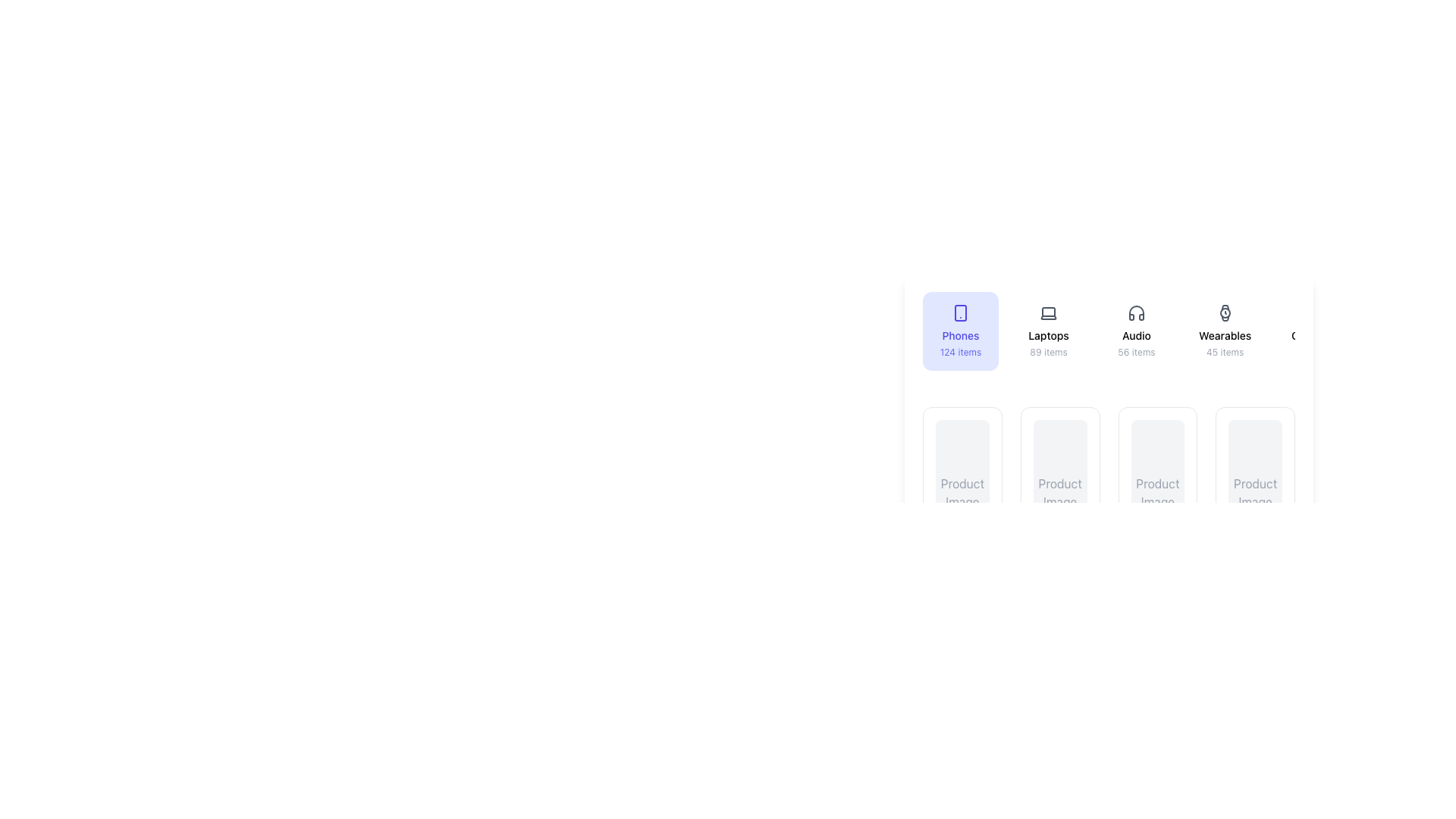 Image resolution: width=1456 pixels, height=819 pixels. I want to click on SVG Circle element, which is a circular graphic with a radius of 6 units, centrally positioned within the watch icon for debugging purposes, so click(1225, 312).